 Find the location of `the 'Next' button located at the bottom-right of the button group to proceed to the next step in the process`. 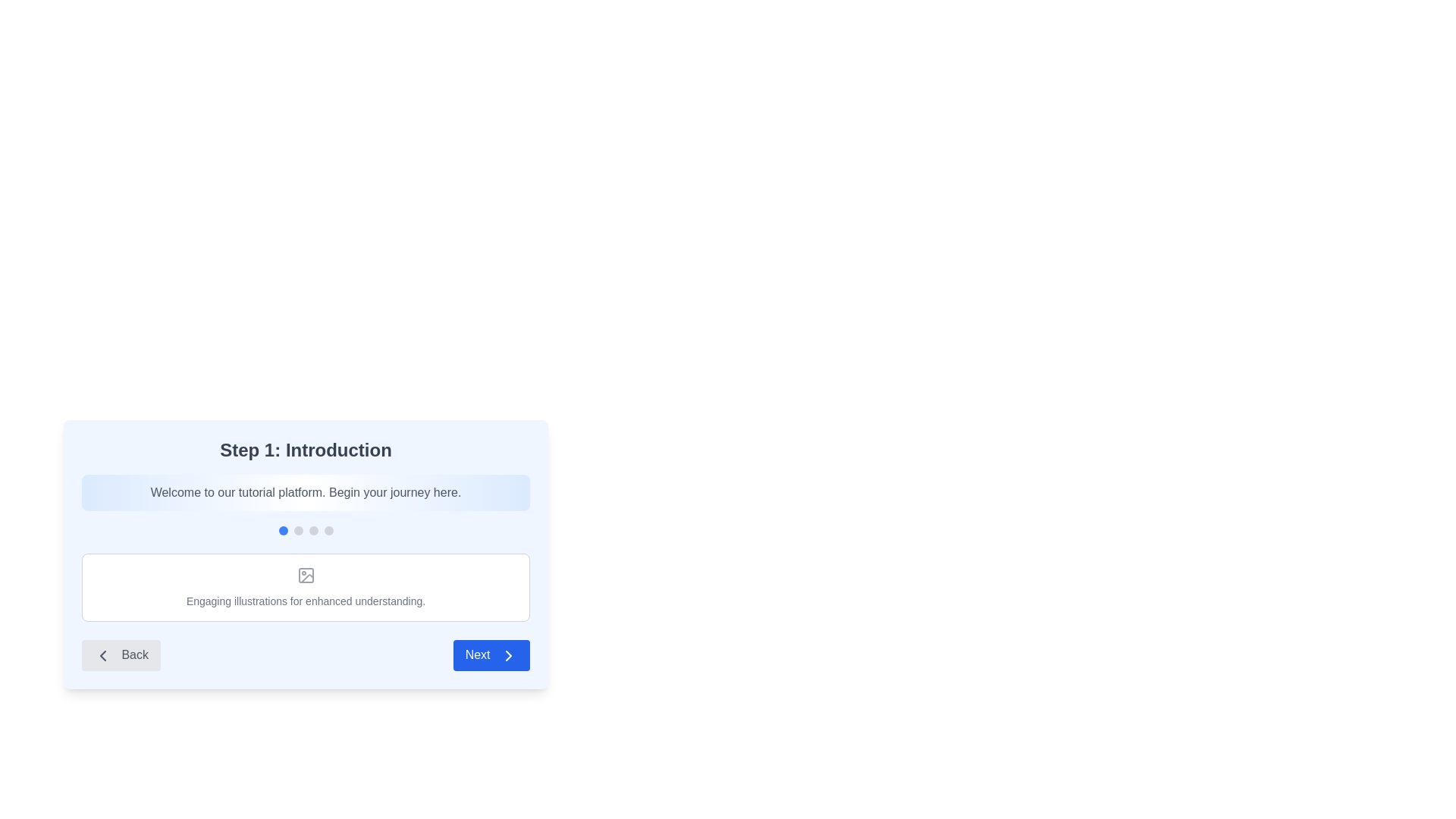

the 'Next' button located at the bottom-right of the button group to proceed to the next step in the process is located at coordinates (491, 654).